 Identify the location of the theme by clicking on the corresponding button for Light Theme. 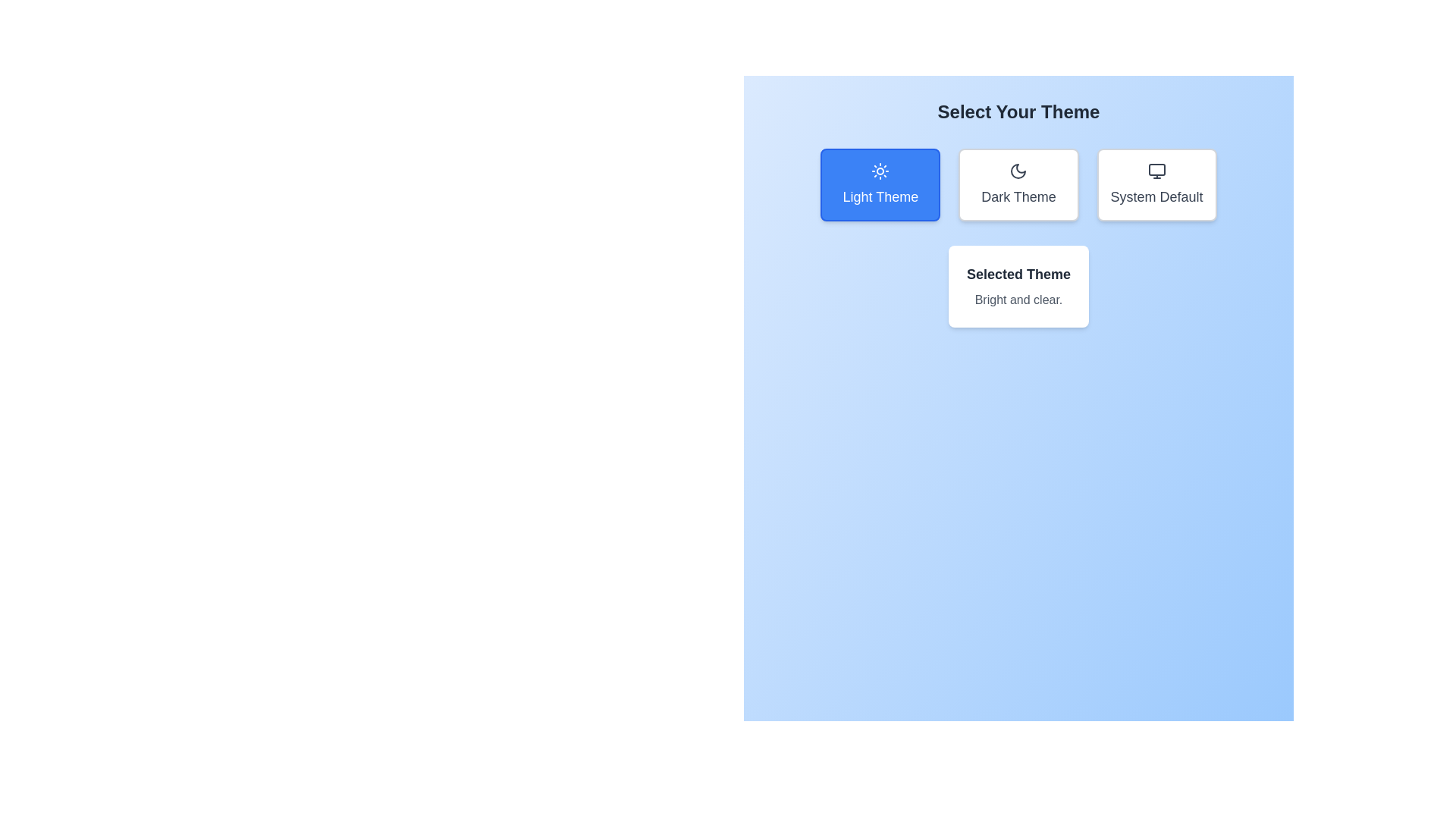
(880, 184).